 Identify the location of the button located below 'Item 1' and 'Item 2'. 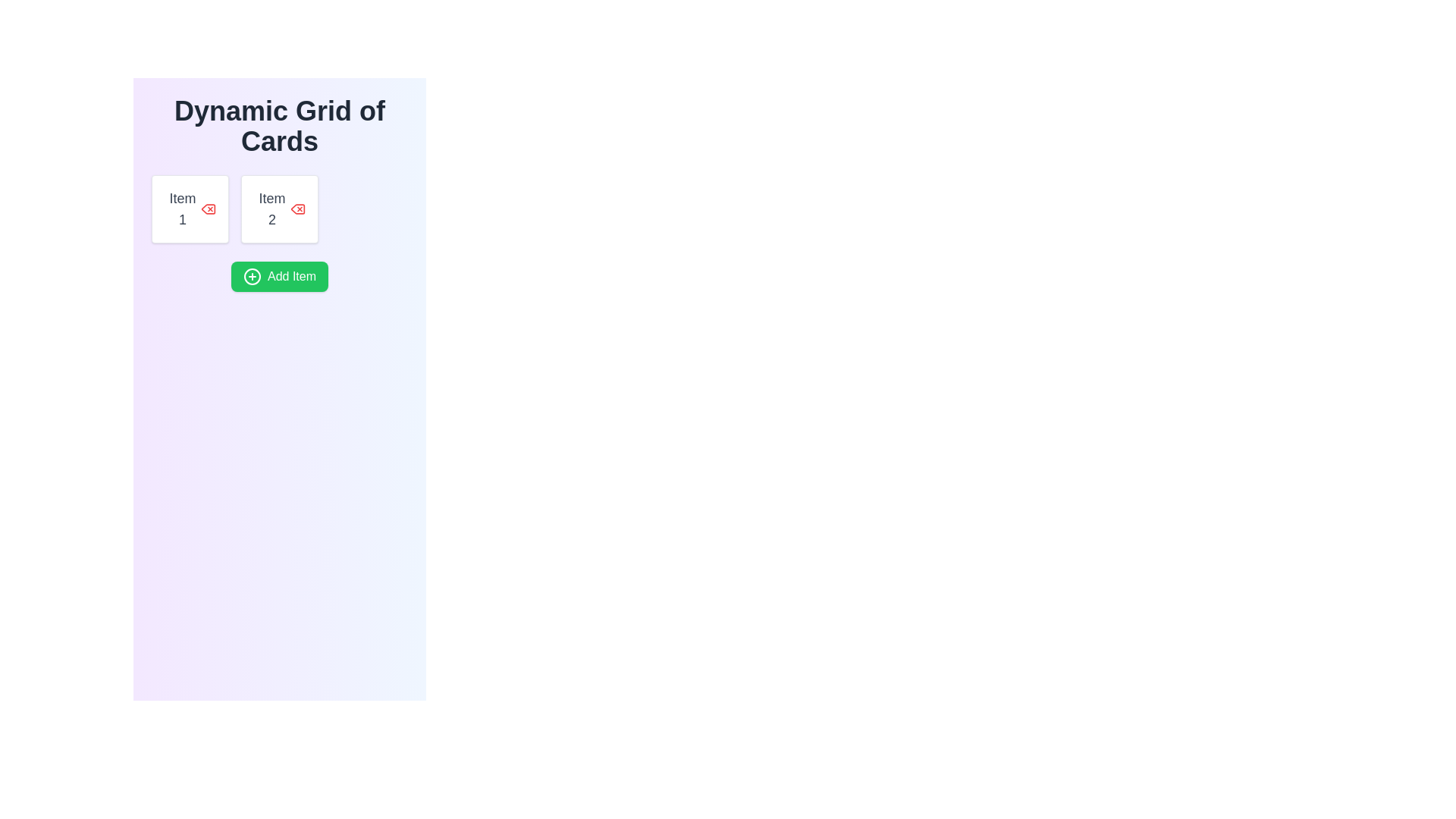
(280, 277).